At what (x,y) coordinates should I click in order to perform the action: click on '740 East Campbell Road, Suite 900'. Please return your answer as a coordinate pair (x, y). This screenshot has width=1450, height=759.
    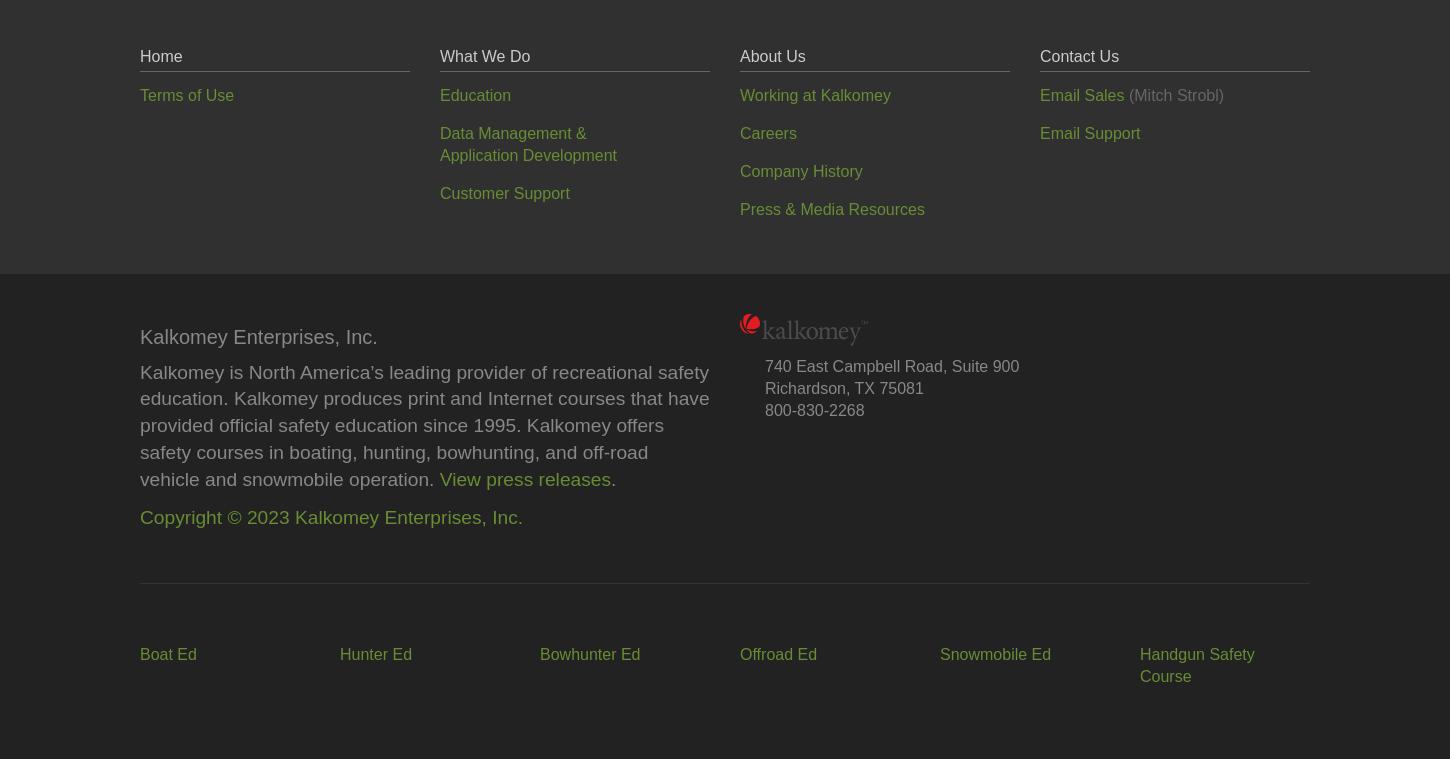
    Looking at the image, I should click on (765, 364).